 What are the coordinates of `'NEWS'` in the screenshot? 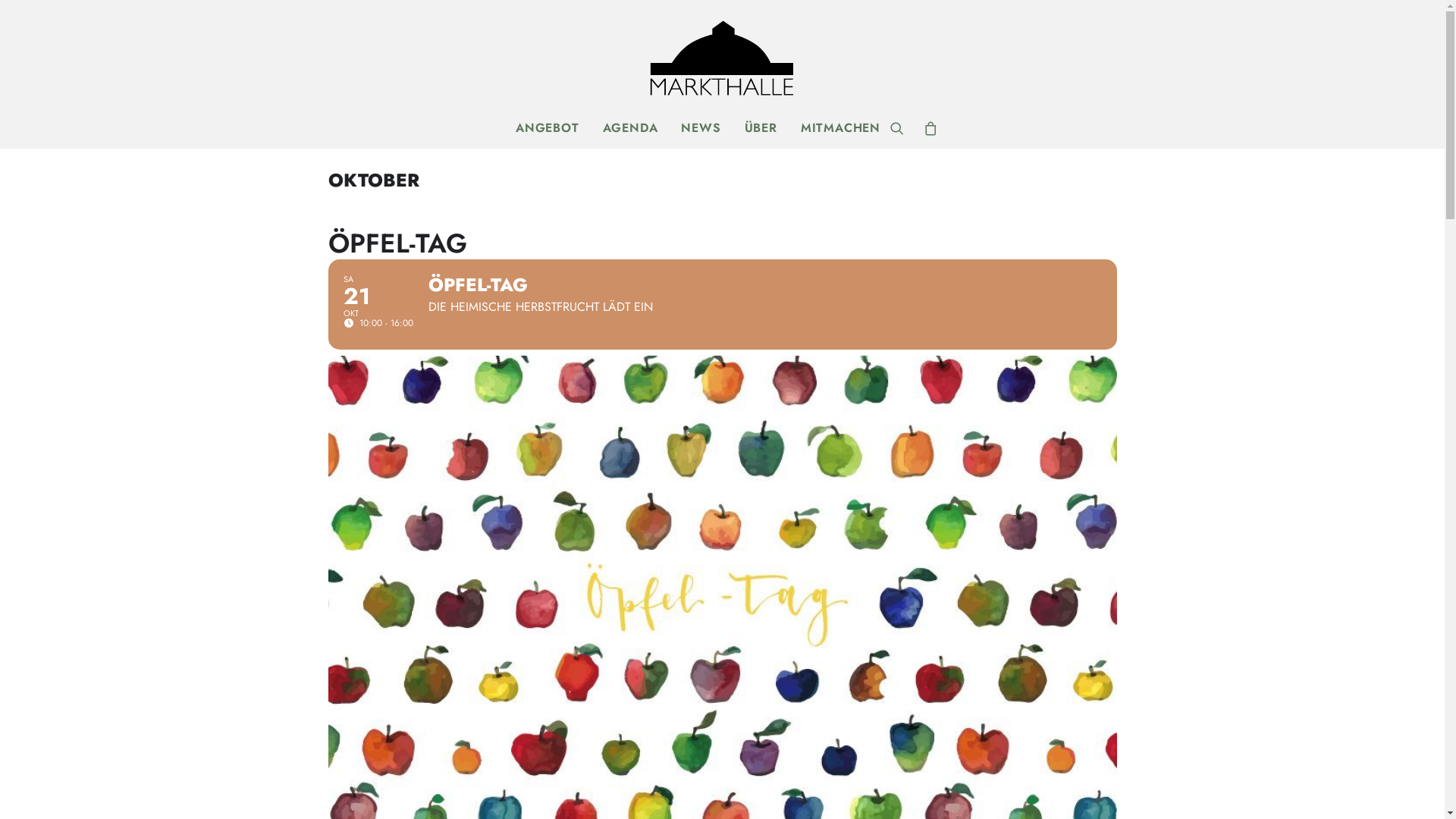 It's located at (700, 127).